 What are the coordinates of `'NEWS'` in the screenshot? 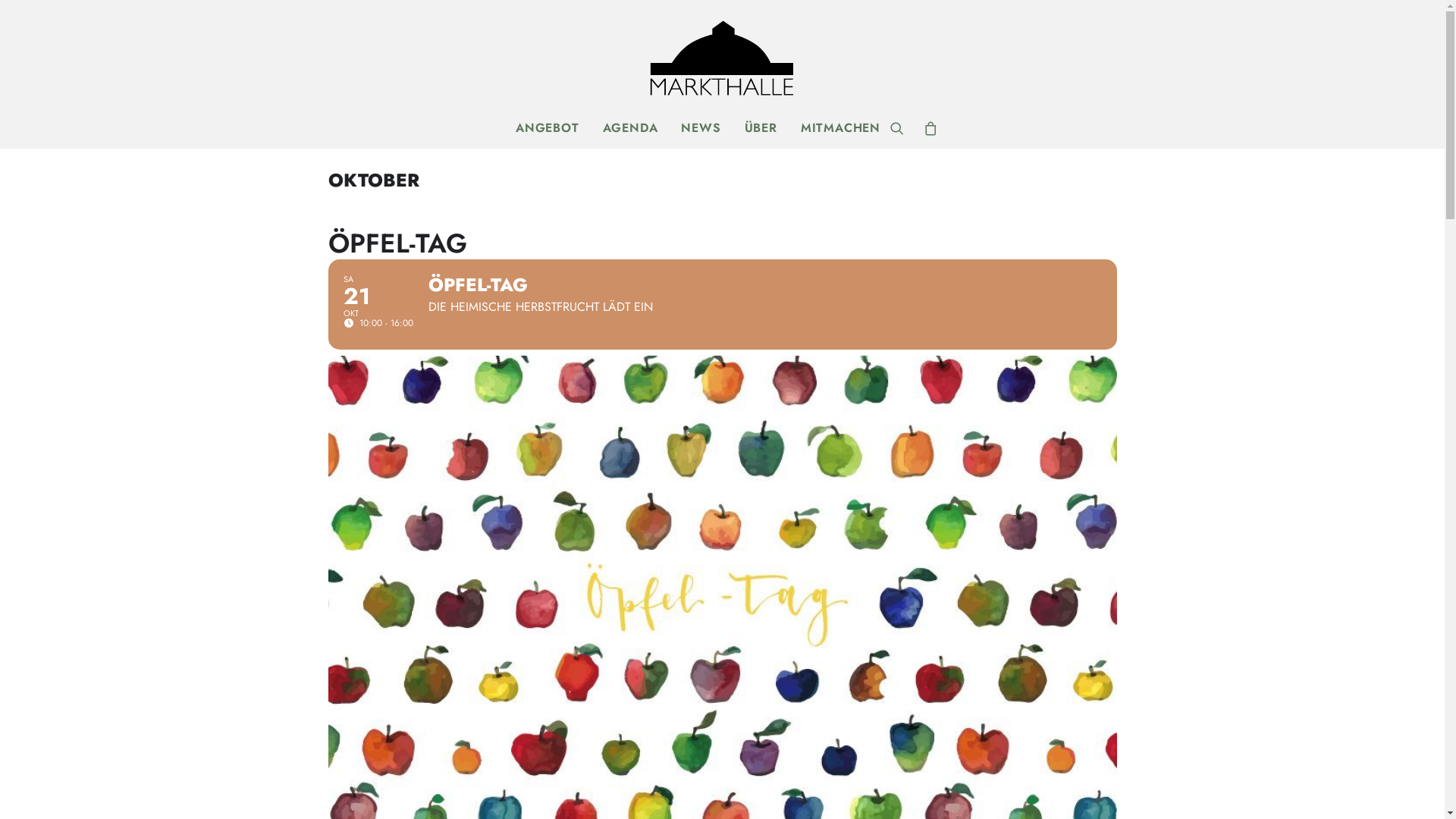 It's located at (700, 127).